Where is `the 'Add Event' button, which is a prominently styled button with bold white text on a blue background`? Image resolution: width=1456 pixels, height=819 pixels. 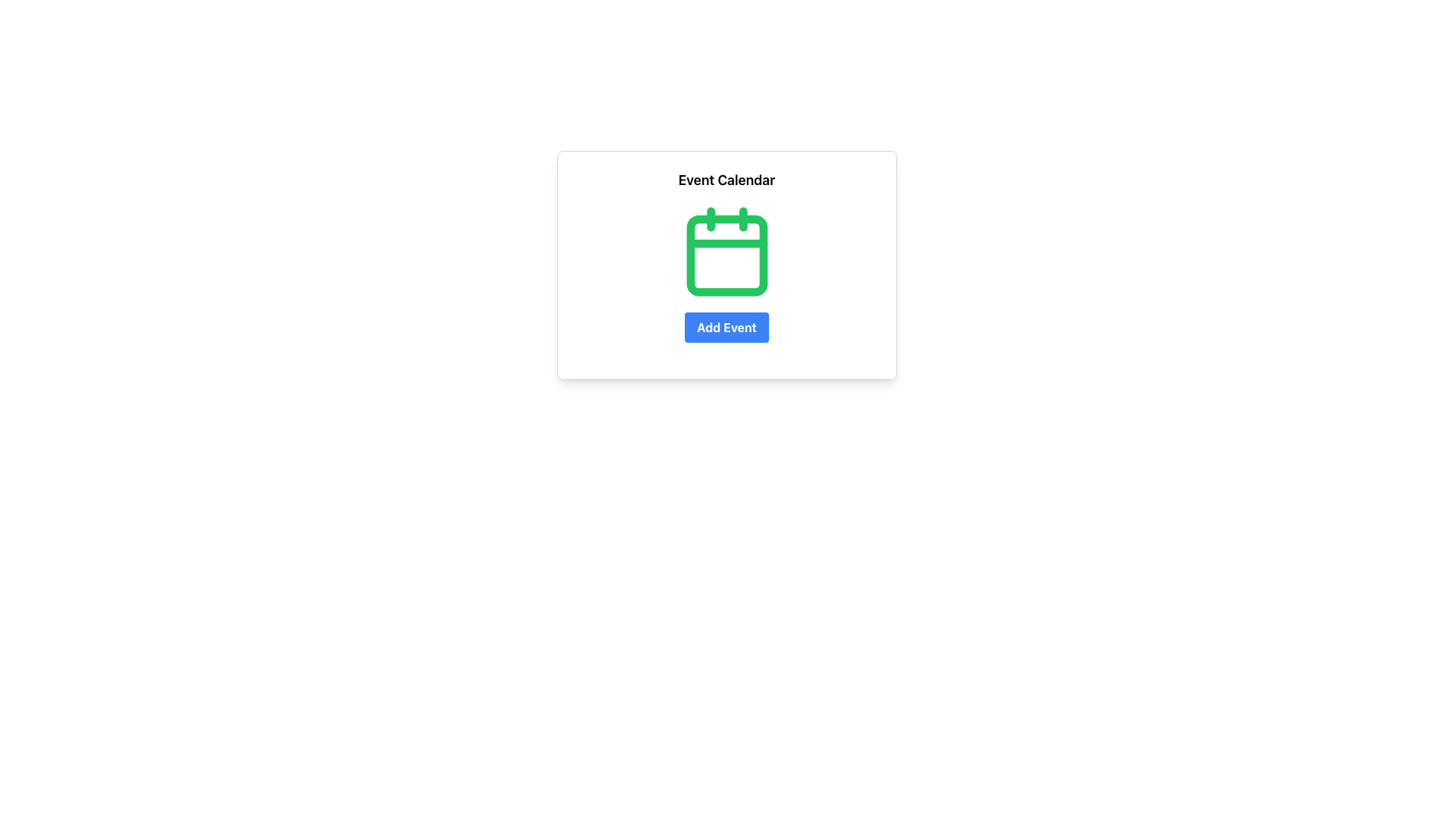 the 'Add Event' button, which is a prominently styled button with bold white text on a blue background is located at coordinates (726, 327).